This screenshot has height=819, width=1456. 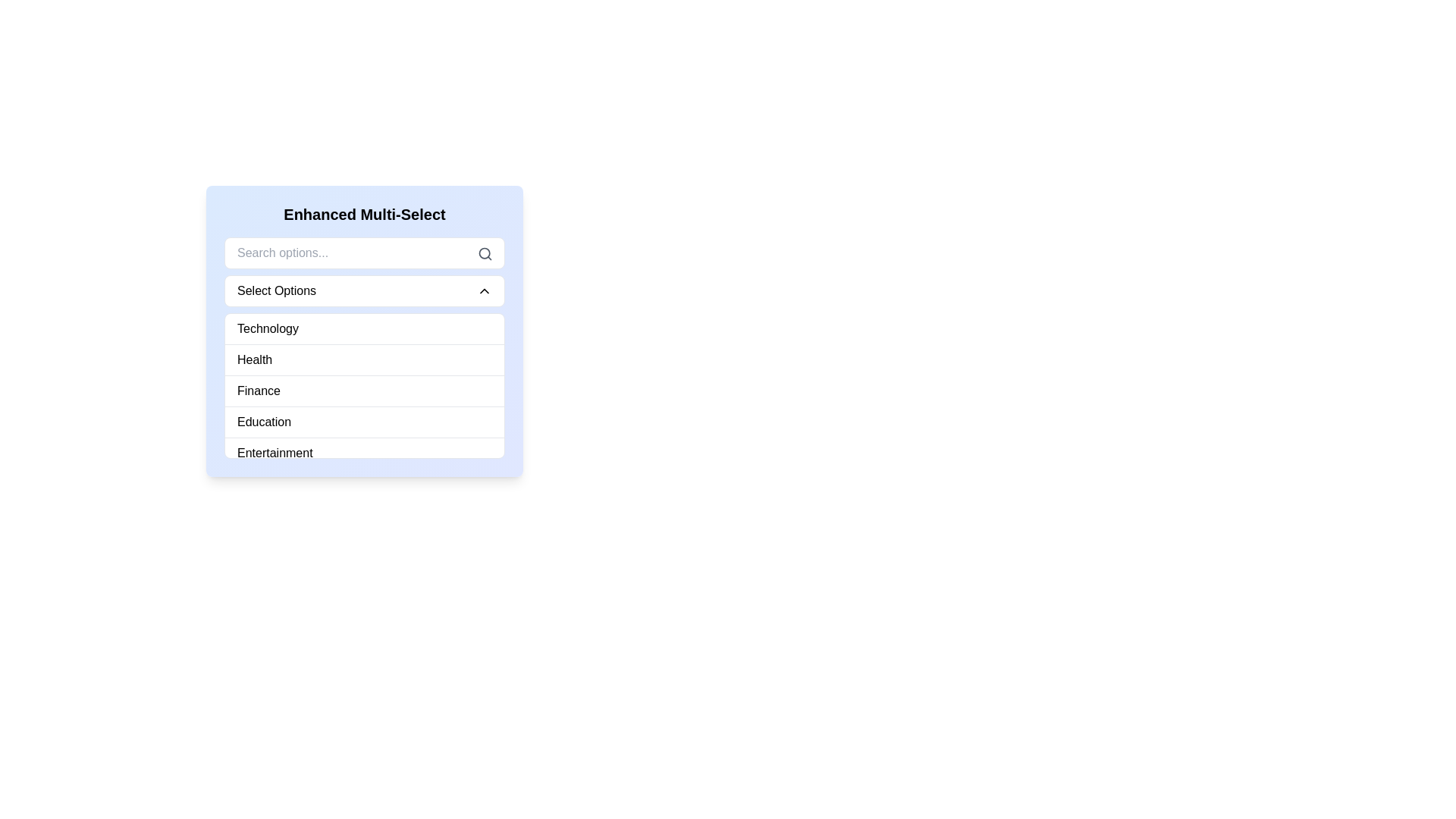 What do you see at coordinates (364, 385) in the screenshot?
I see `the 'Finance' option in the Scrollable List Menu located in the middle central region of the card titled 'Enhanced Multi-Select'` at bounding box center [364, 385].